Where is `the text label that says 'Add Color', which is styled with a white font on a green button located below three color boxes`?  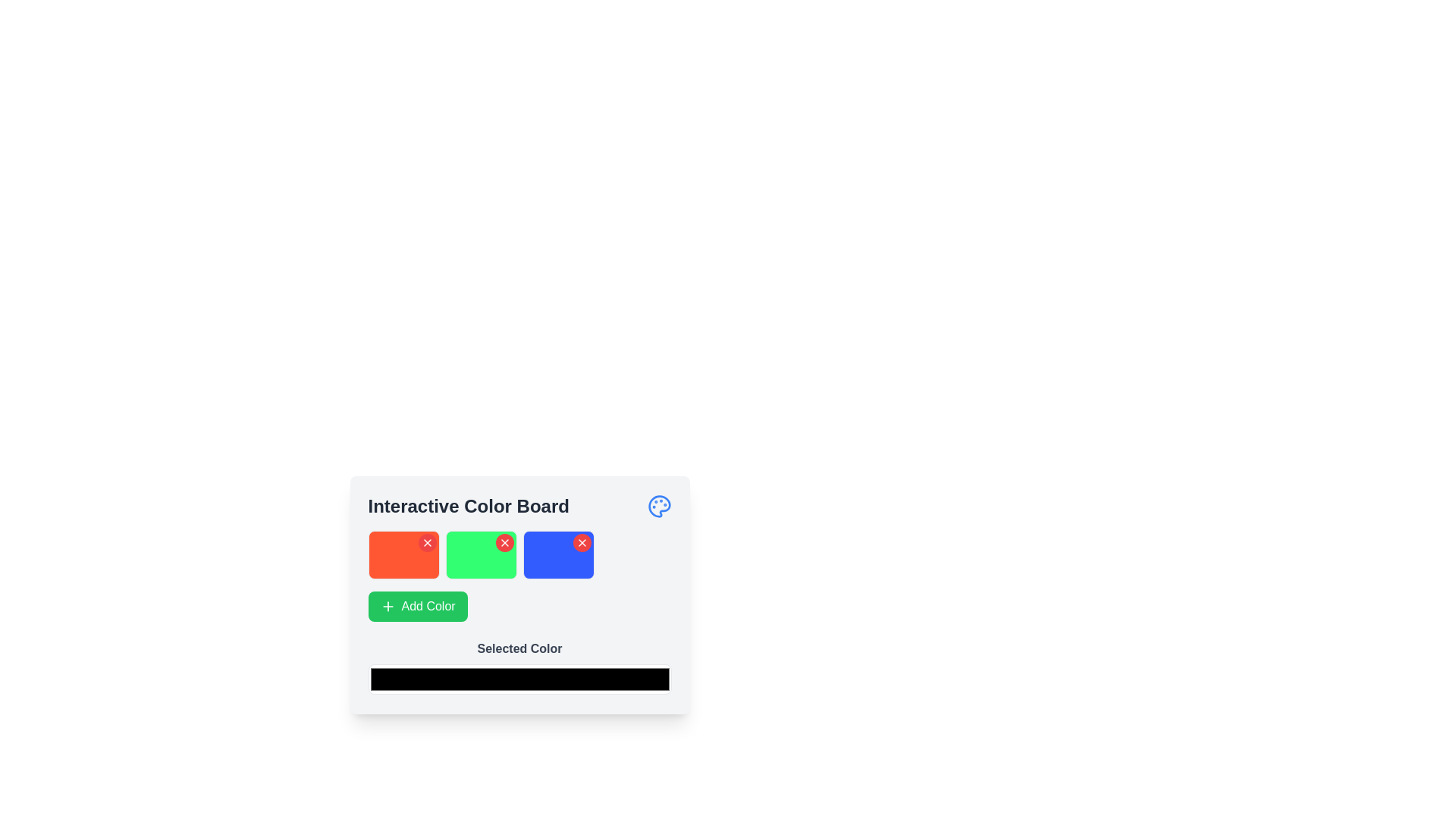
the text label that says 'Add Color', which is styled with a white font on a green button located below three color boxes is located at coordinates (428, 605).